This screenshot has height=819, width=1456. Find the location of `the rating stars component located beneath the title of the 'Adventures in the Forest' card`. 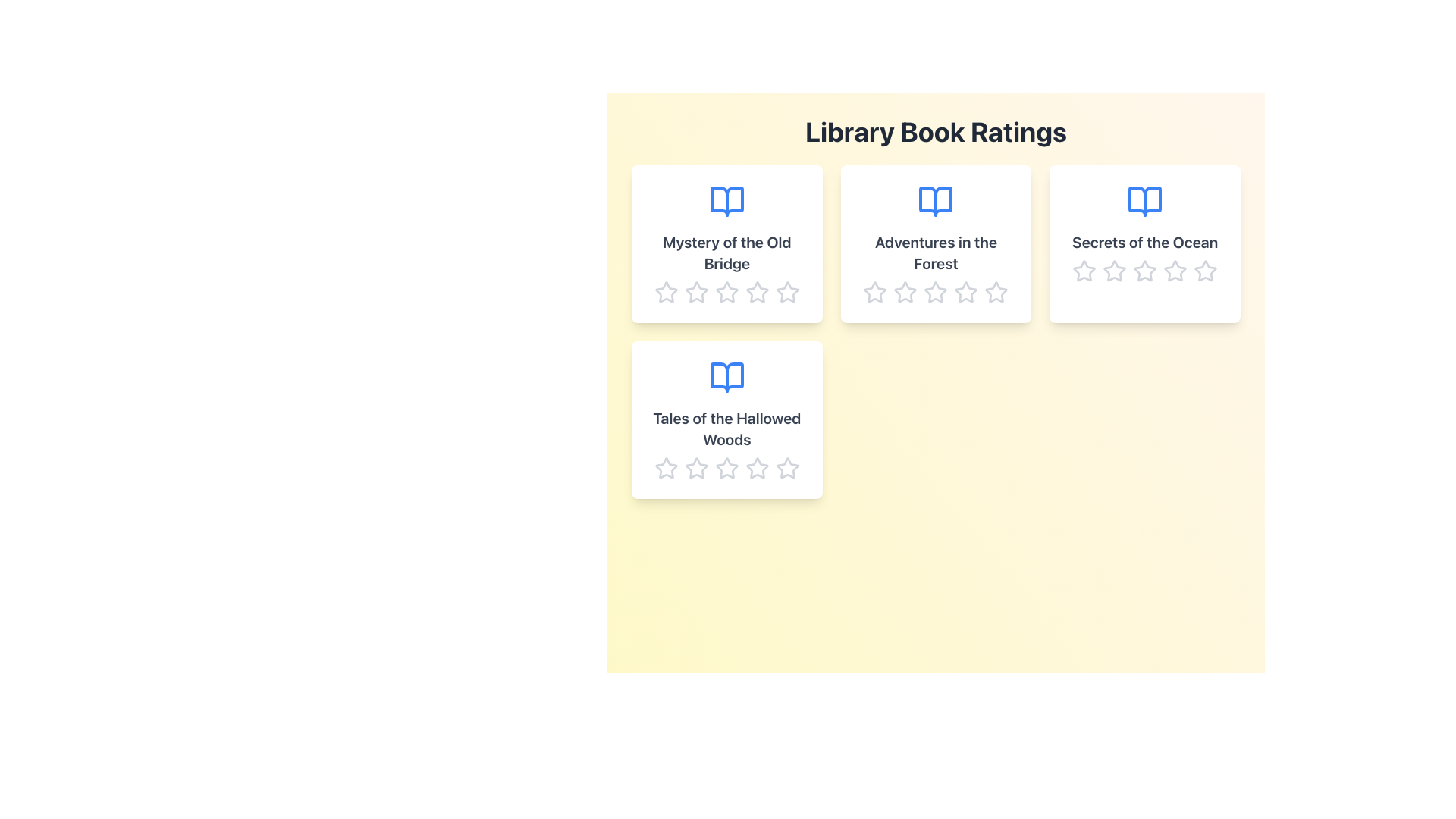

the rating stars component located beneath the title of the 'Adventures in the Forest' card is located at coordinates (935, 292).